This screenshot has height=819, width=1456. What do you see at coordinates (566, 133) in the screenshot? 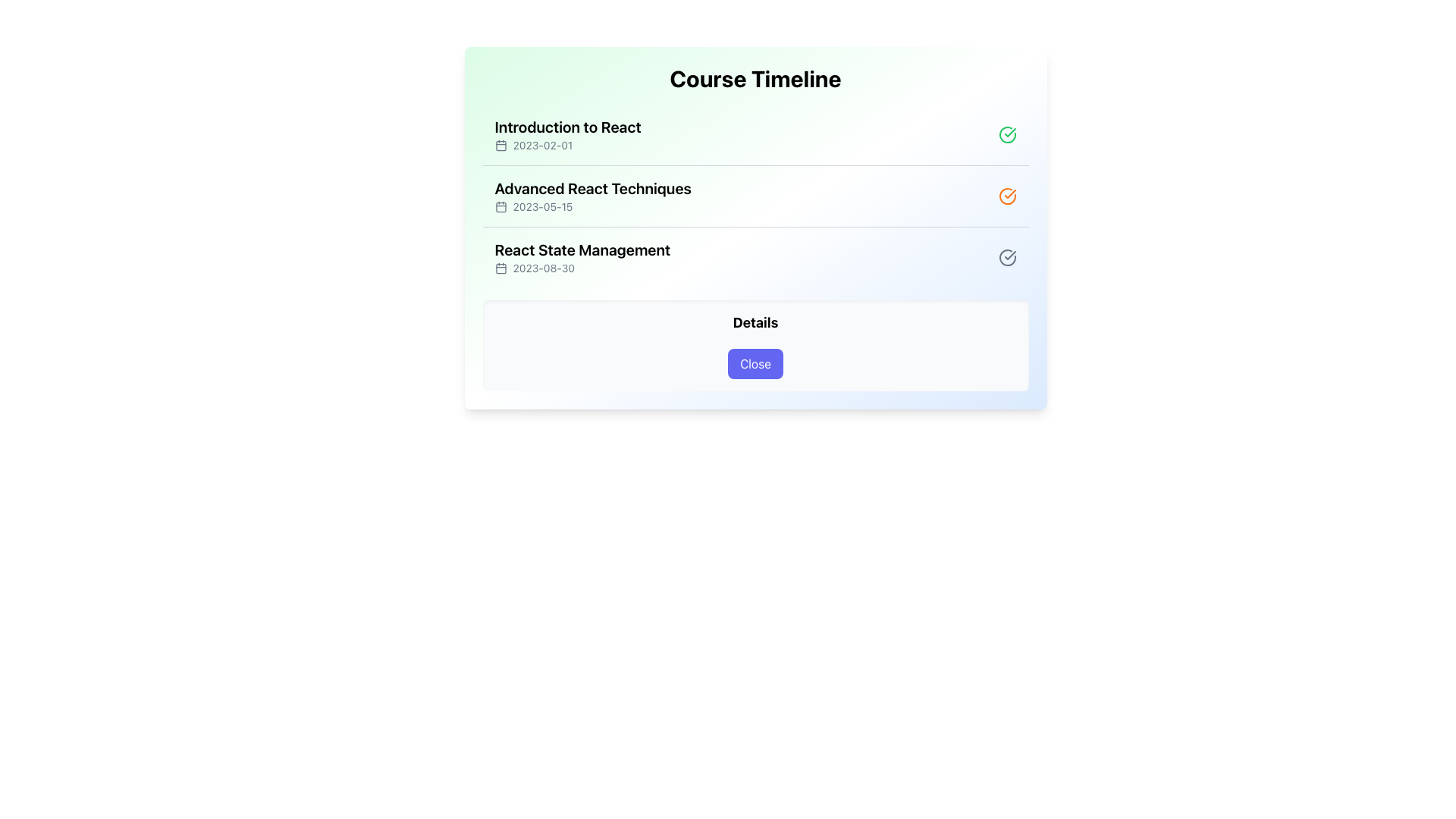
I see `the first item in the course timeline list, which includes a title and date, located just below the 'Course Timeline' heading` at bounding box center [566, 133].